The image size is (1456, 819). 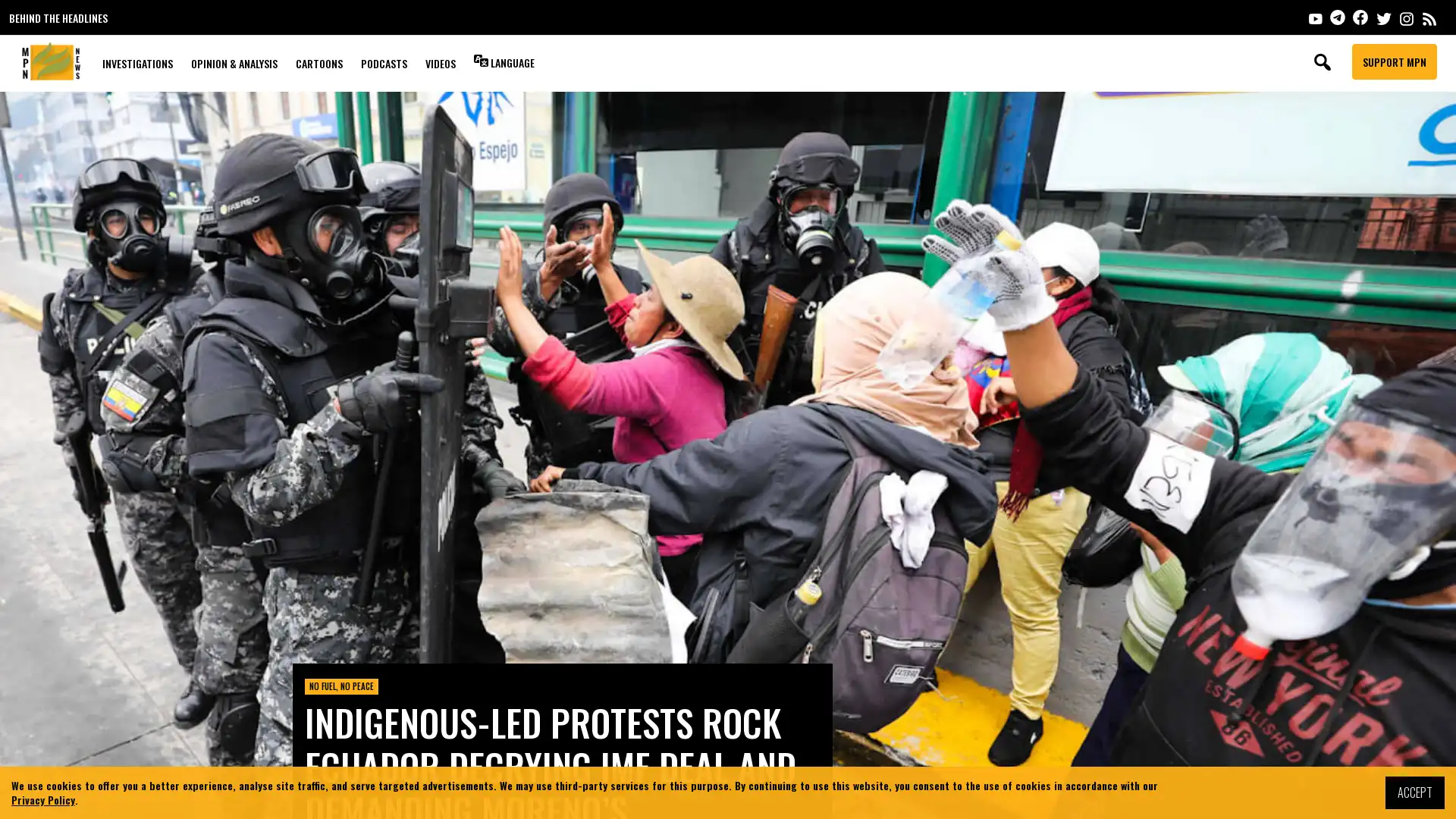 What do you see at coordinates (1414, 792) in the screenshot?
I see `ACCEPT` at bounding box center [1414, 792].